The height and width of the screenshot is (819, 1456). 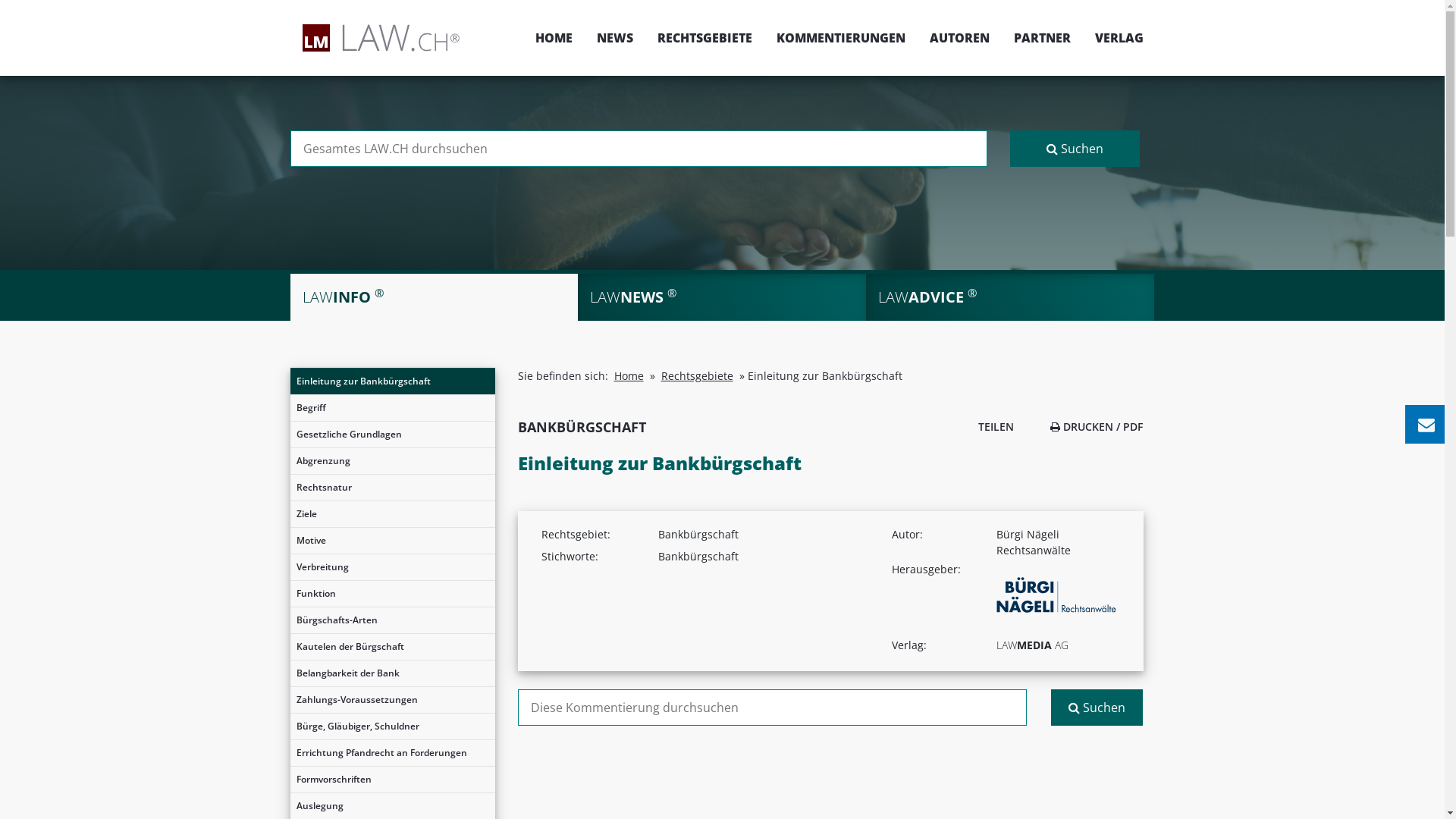 What do you see at coordinates (1096, 426) in the screenshot?
I see `' DRUCKEN / PDF'` at bounding box center [1096, 426].